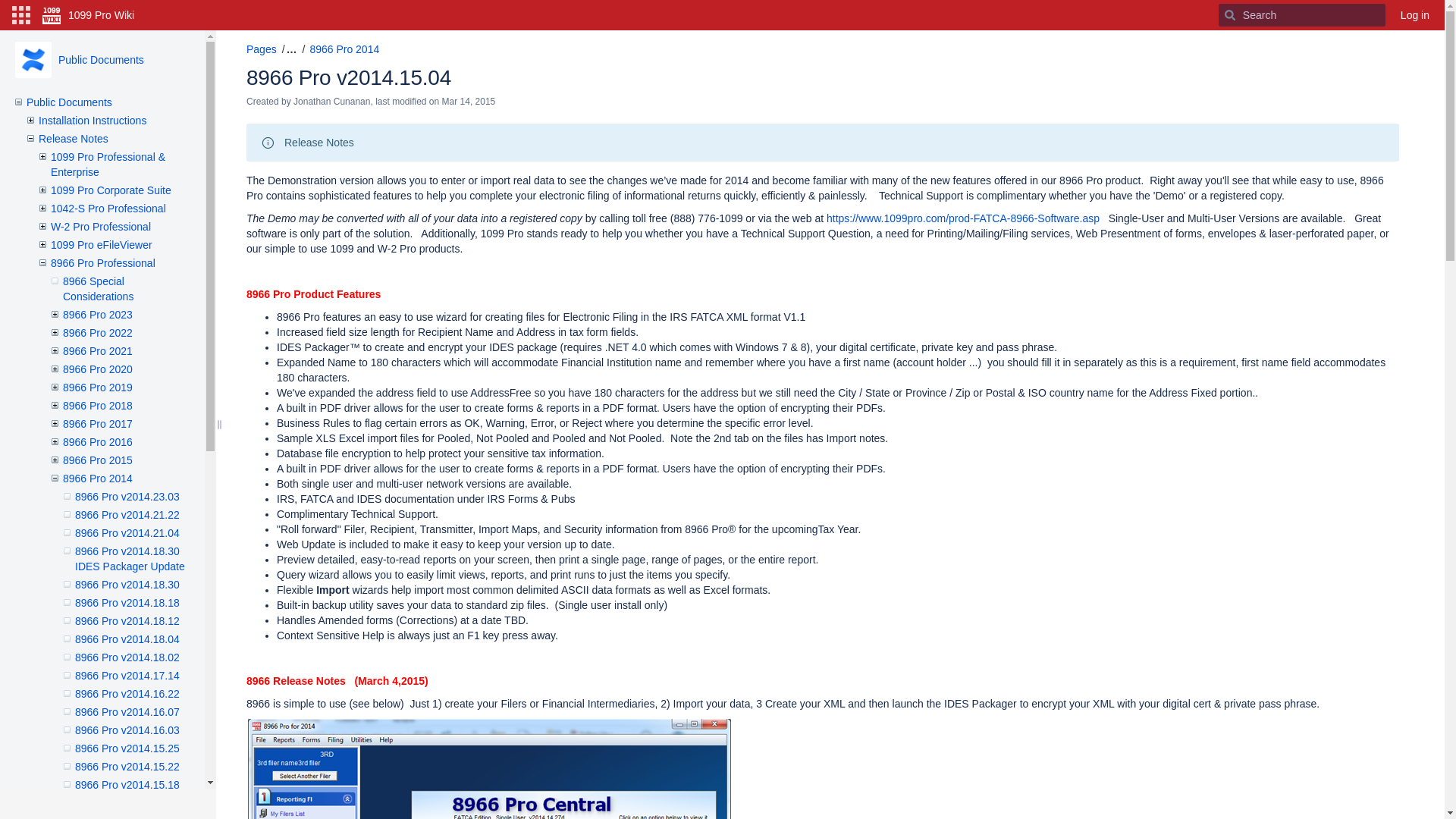 This screenshot has height=819, width=1456. What do you see at coordinates (33, 58) in the screenshot?
I see `'Public Documents'` at bounding box center [33, 58].